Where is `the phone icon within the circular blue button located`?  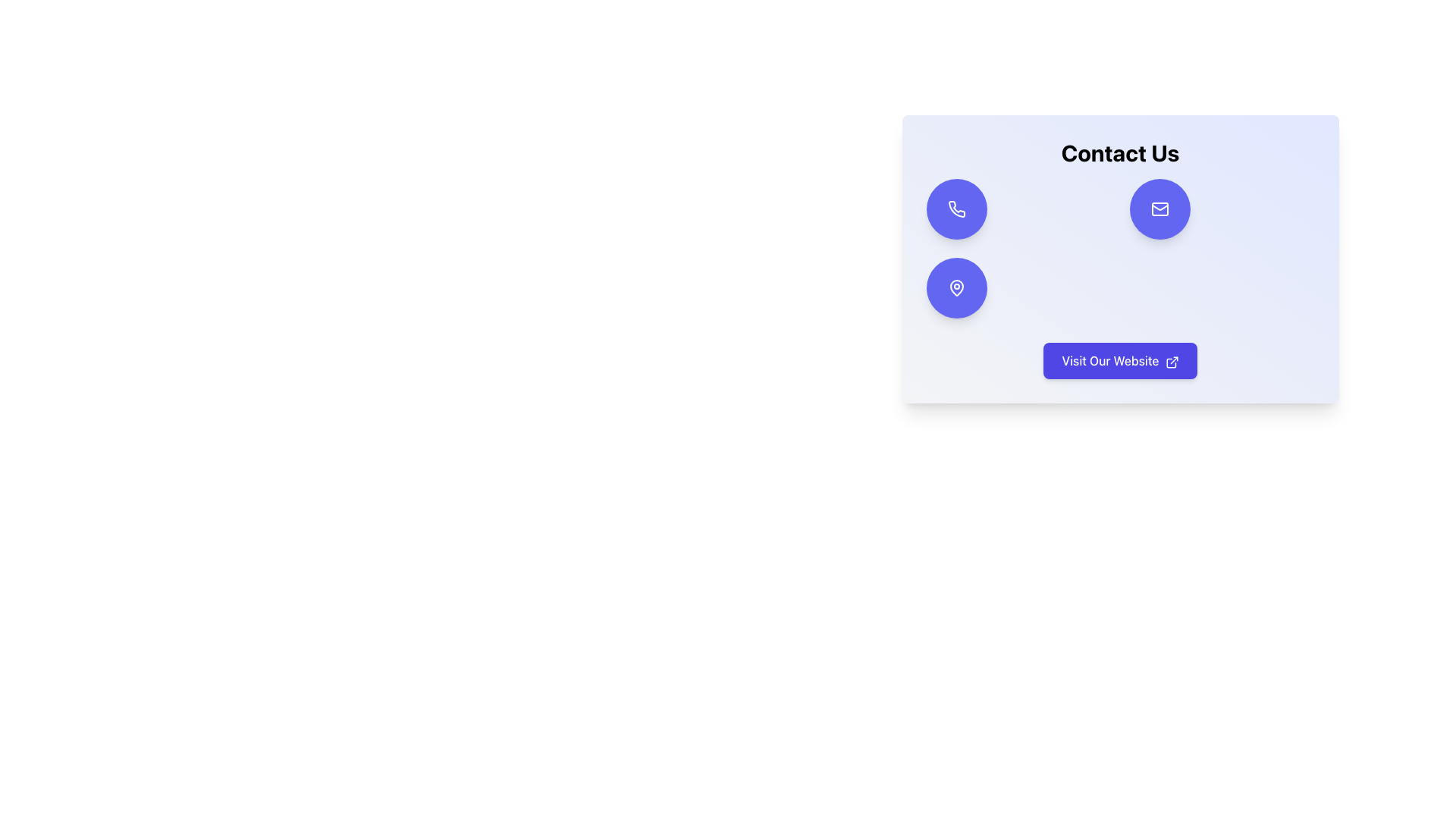
the phone icon within the circular blue button located is located at coordinates (955, 209).